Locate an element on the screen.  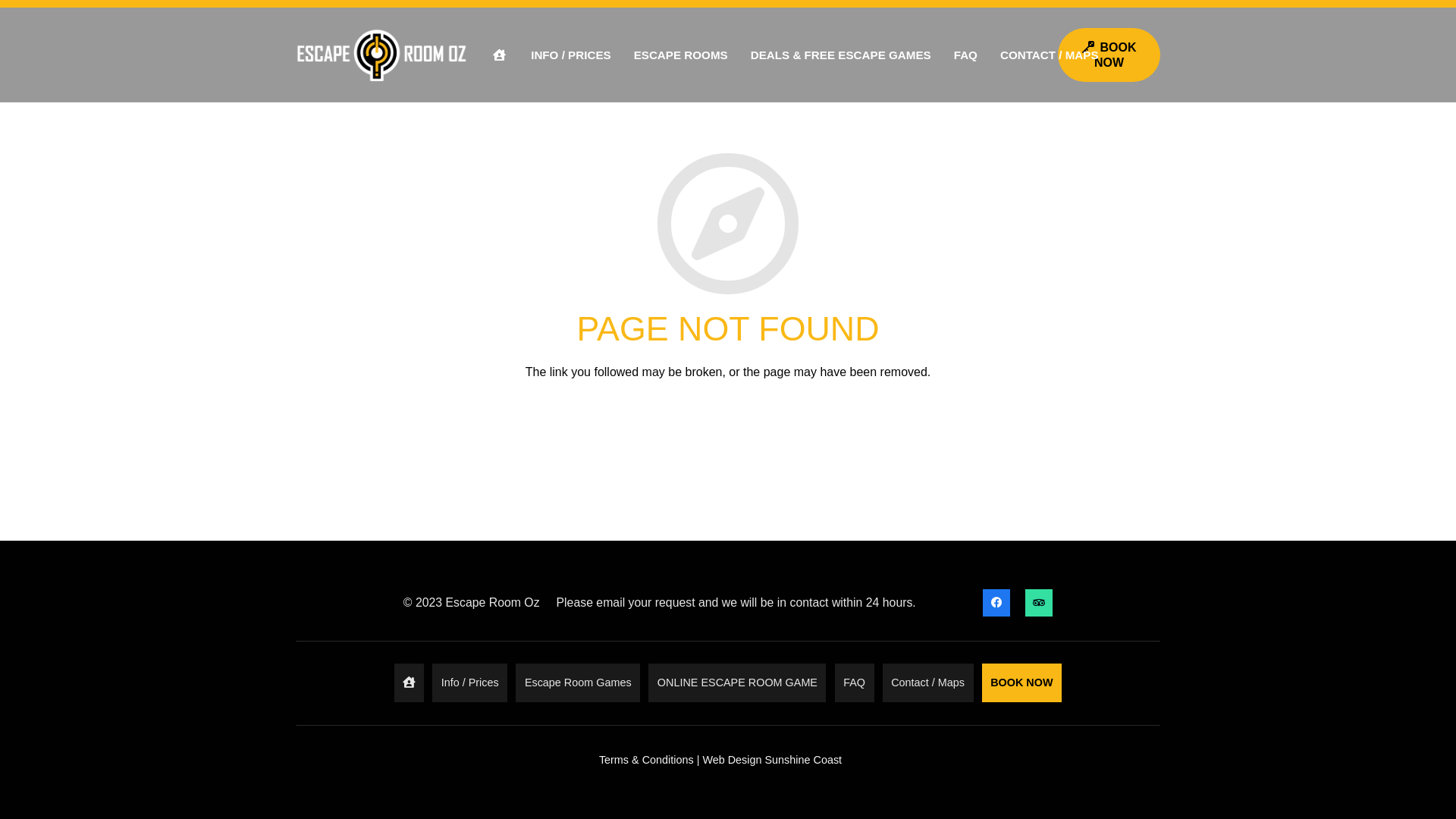
'CONTACT / MAPS' is located at coordinates (1048, 55).